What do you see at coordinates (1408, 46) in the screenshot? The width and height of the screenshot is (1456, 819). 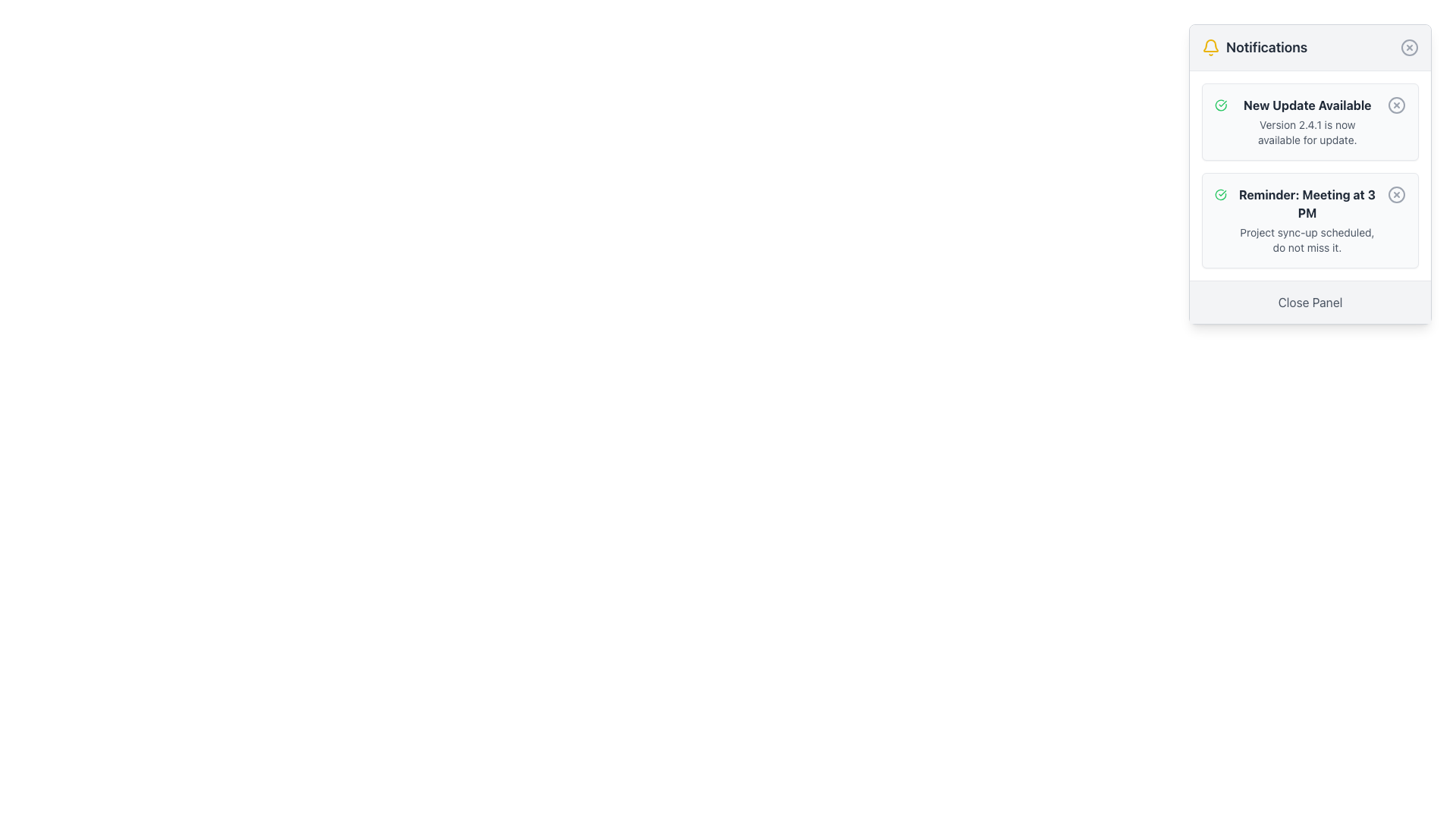 I see `the circular 'X' icon button located in the top-right corner of the 'Notifications' panel to change the icon color` at bounding box center [1408, 46].